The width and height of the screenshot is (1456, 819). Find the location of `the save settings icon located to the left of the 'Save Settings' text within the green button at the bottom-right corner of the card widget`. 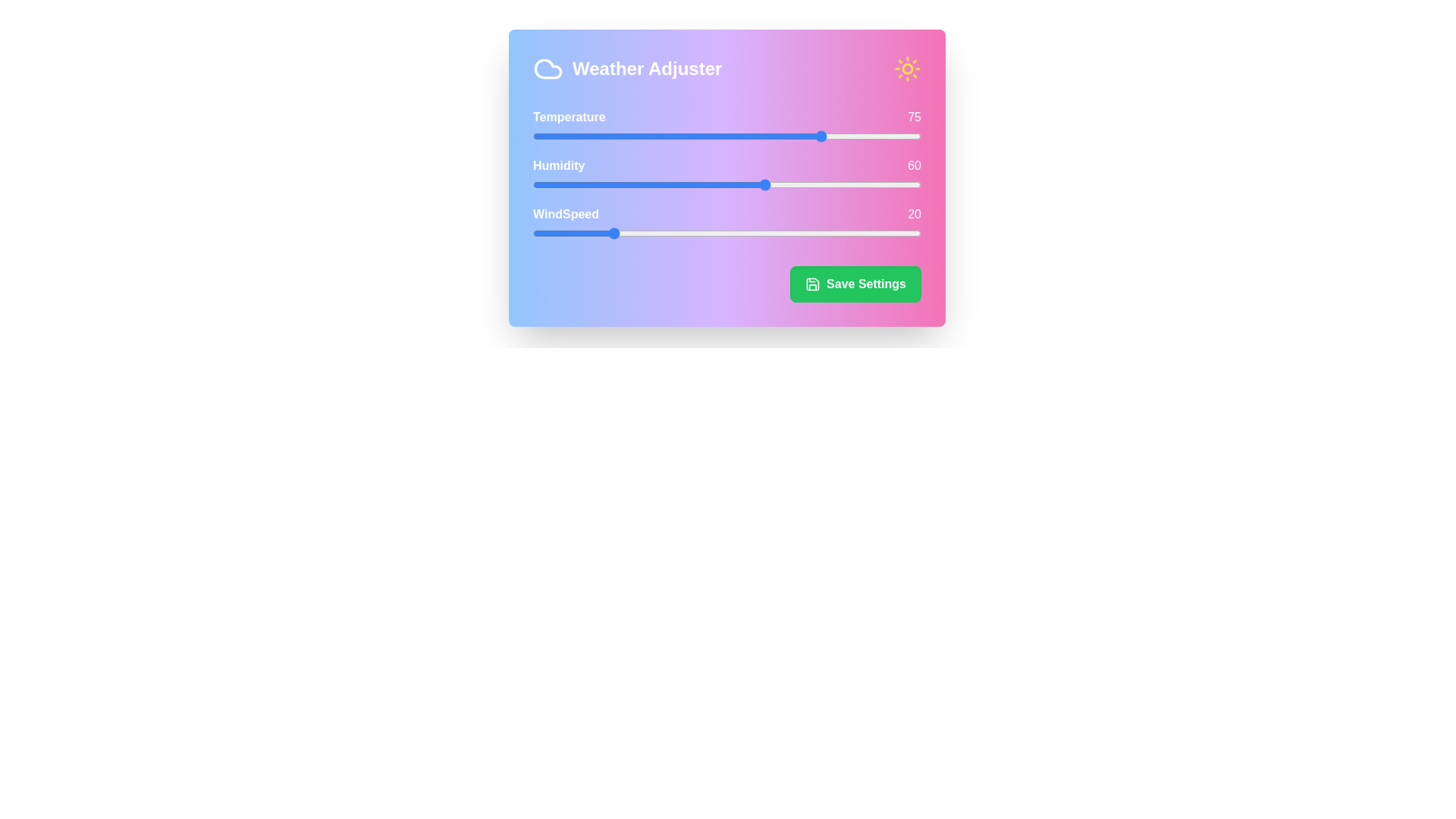

the save settings icon located to the left of the 'Save Settings' text within the green button at the bottom-right corner of the card widget is located at coordinates (812, 284).